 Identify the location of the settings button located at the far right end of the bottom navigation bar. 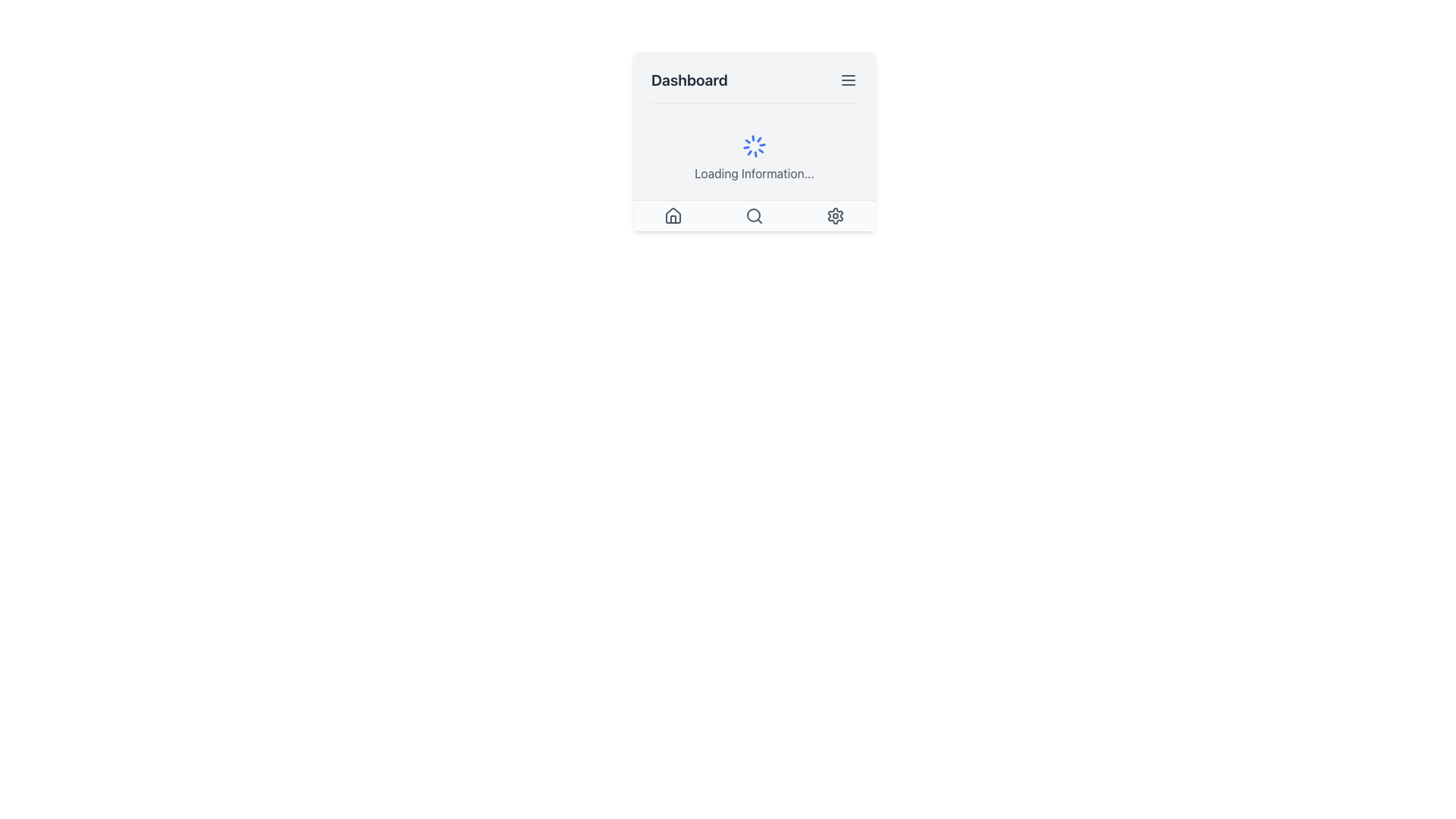
(834, 216).